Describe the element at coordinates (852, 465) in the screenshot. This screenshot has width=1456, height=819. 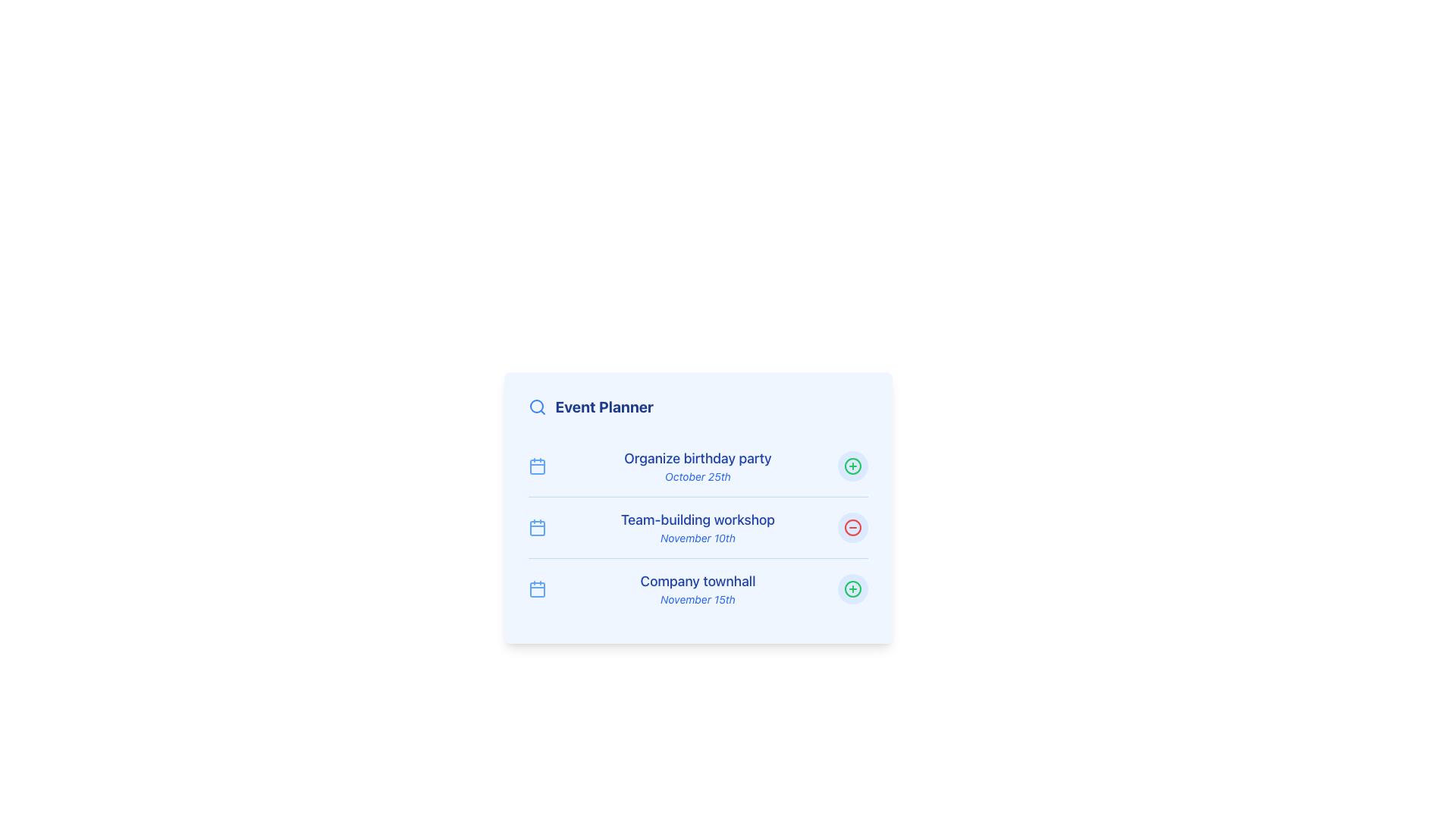
I see `the rounded blue button with a green circular icon featuring a plus sign, located to the right of 'Organize birthday party' and 'October 25th'` at that location.